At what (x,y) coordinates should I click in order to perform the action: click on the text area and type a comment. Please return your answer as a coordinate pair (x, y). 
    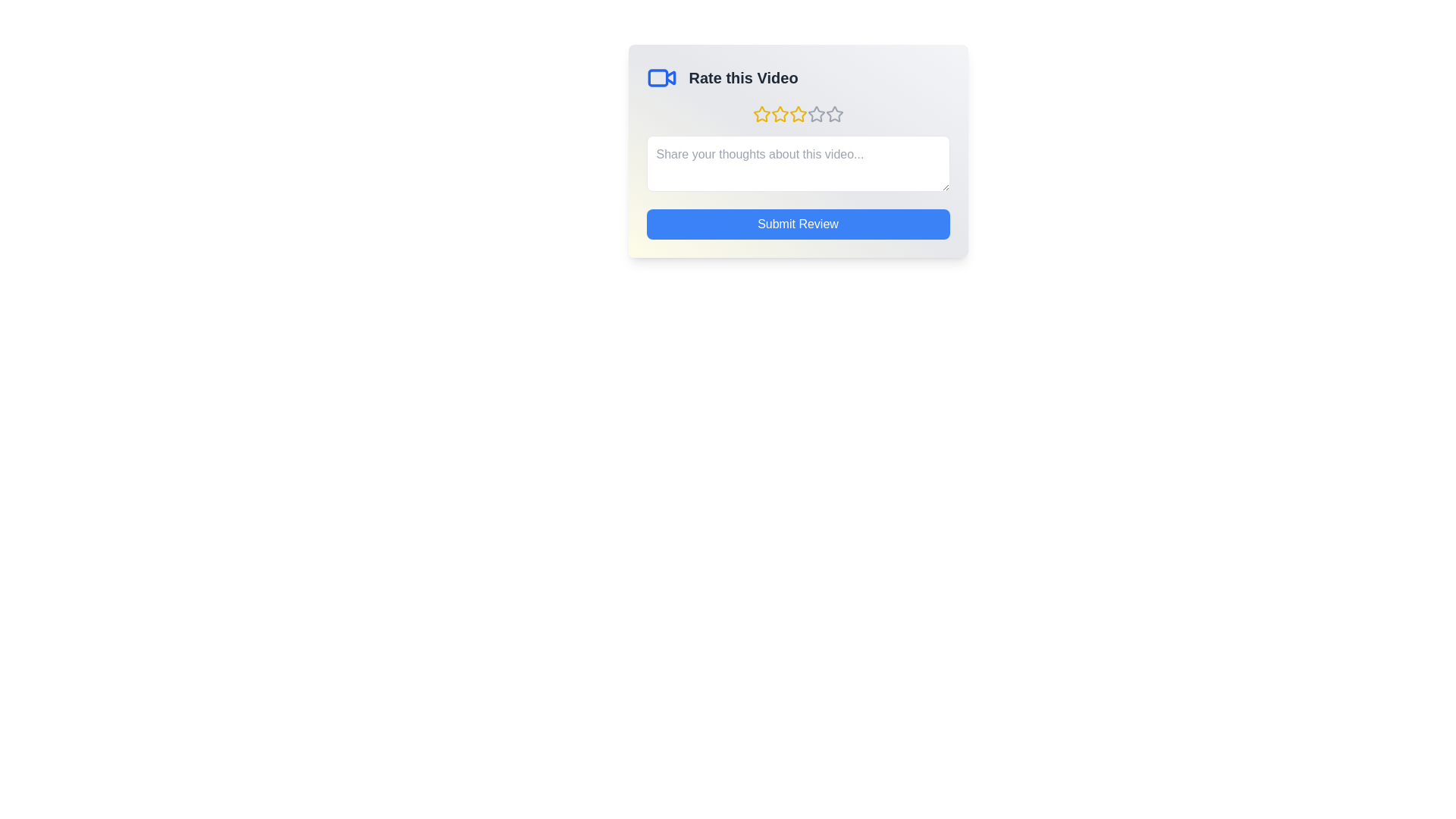
    Looking at the image, I should click on (797, 164).